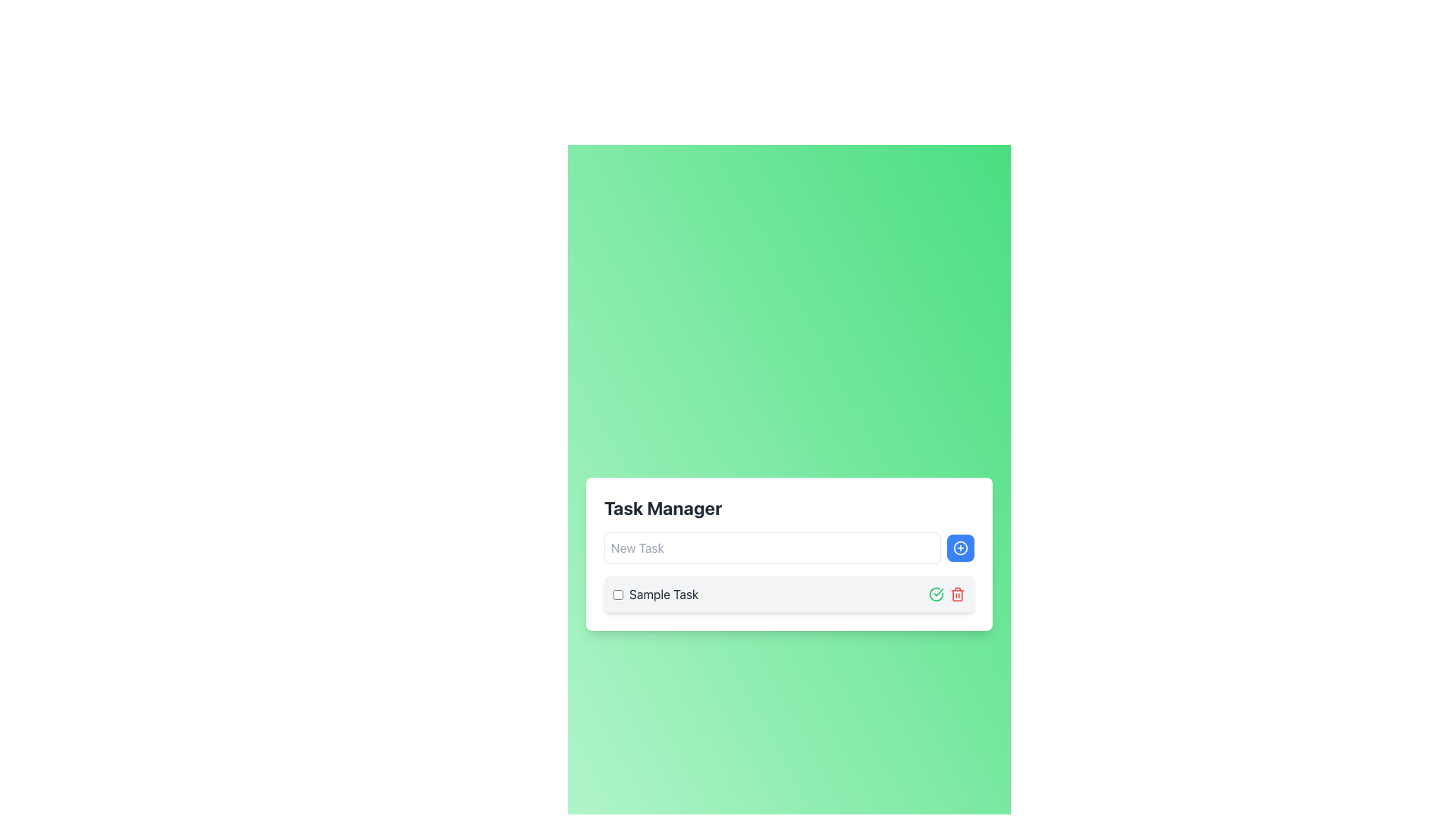  What do you see at coordinates (960, 548) in the screenshot?
I see `the button used to add a new task, located to the right of the 'New Task' text input field` at bounding box center [960, 548].